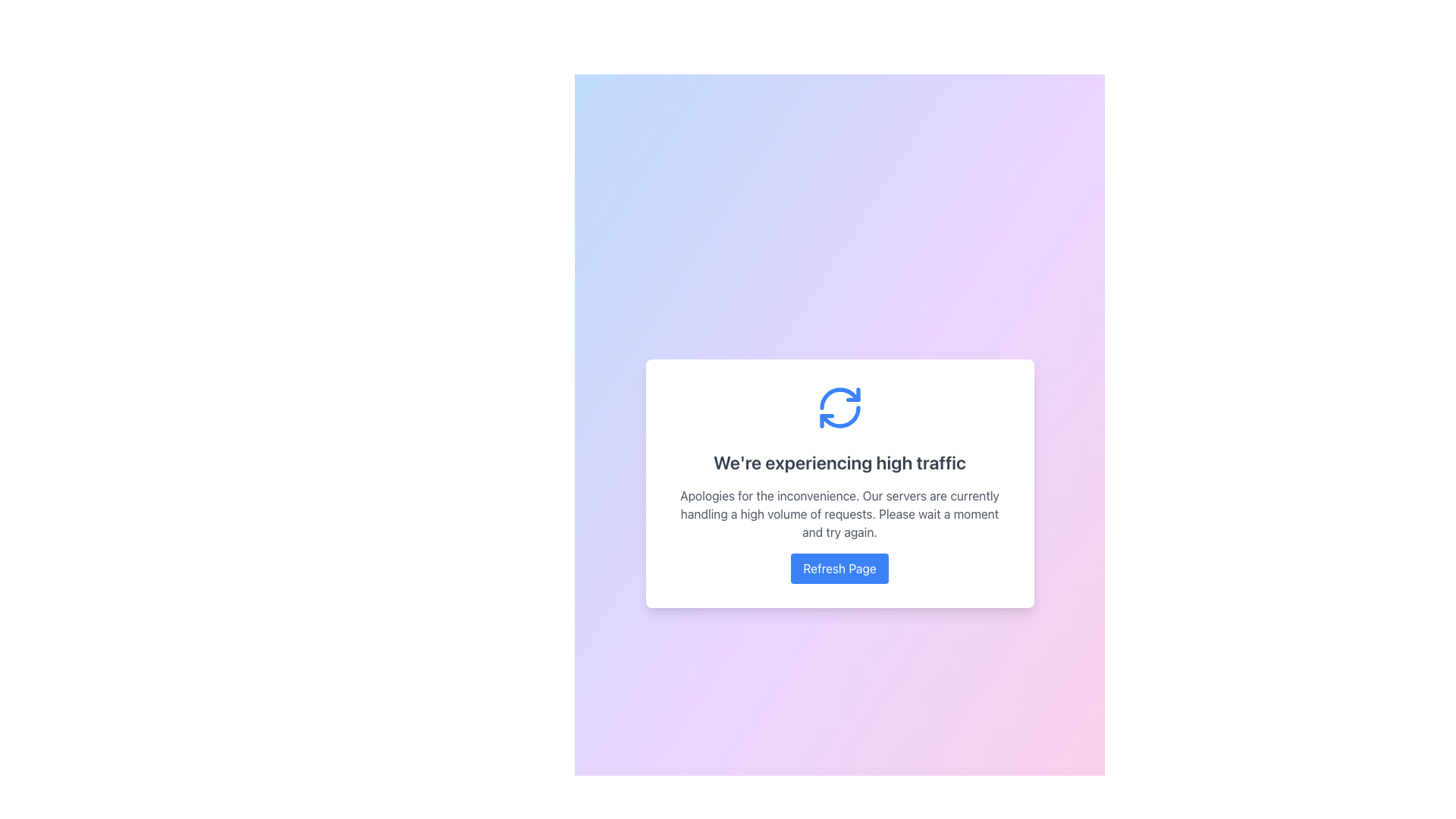 The width and height of the screenshot is (1456, 819). Describe the element at coordinates (839, 568) in the screenshot. I see `the 'Refresh Page' button, which is a medium-sized rectangular button with rounded corners, featuring white text on a blue background located at the center-bottom of a white rectangular card` at that location.